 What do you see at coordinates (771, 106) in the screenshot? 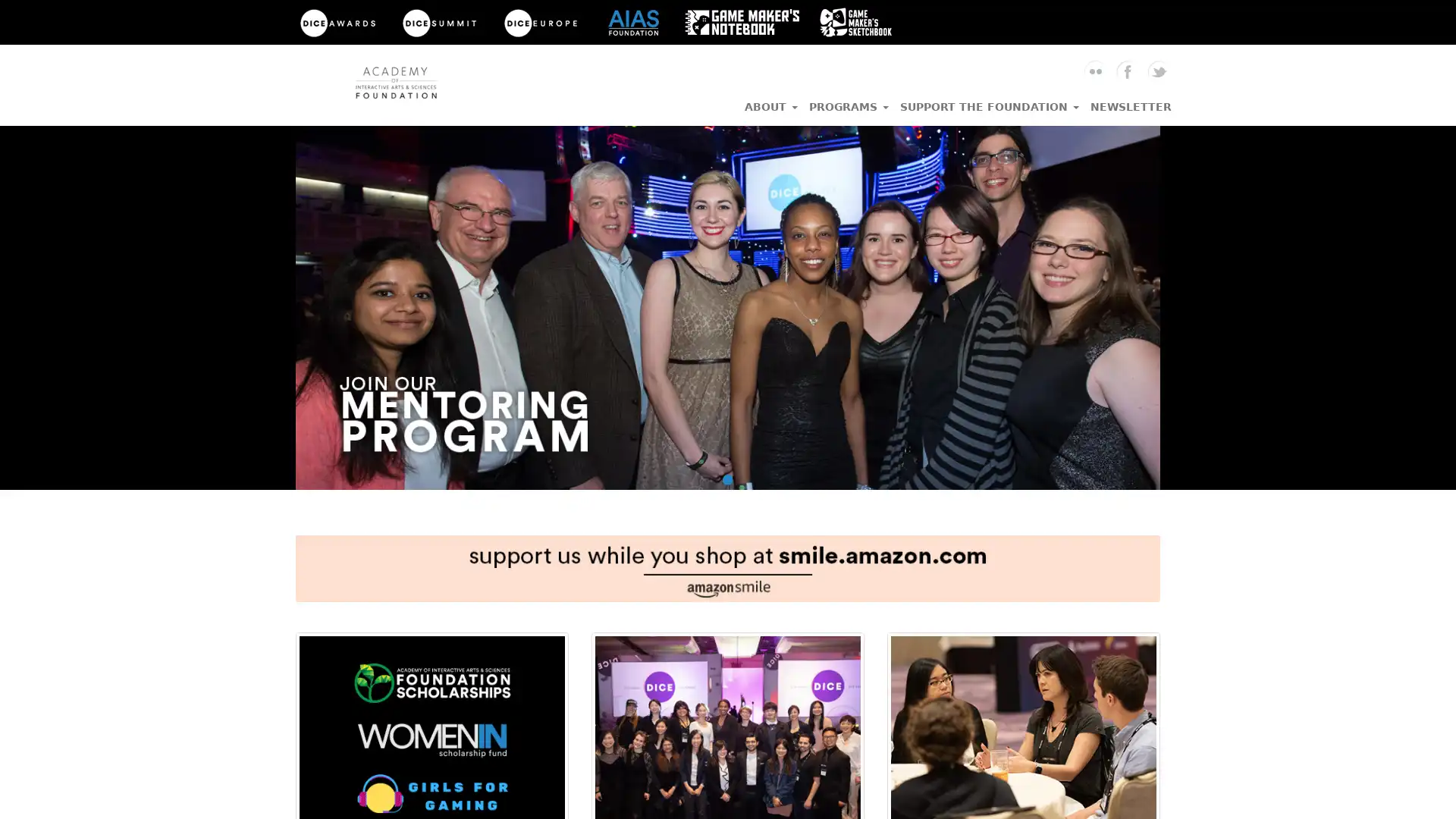
I see `ABOUT` at bounding box center [771, 106].